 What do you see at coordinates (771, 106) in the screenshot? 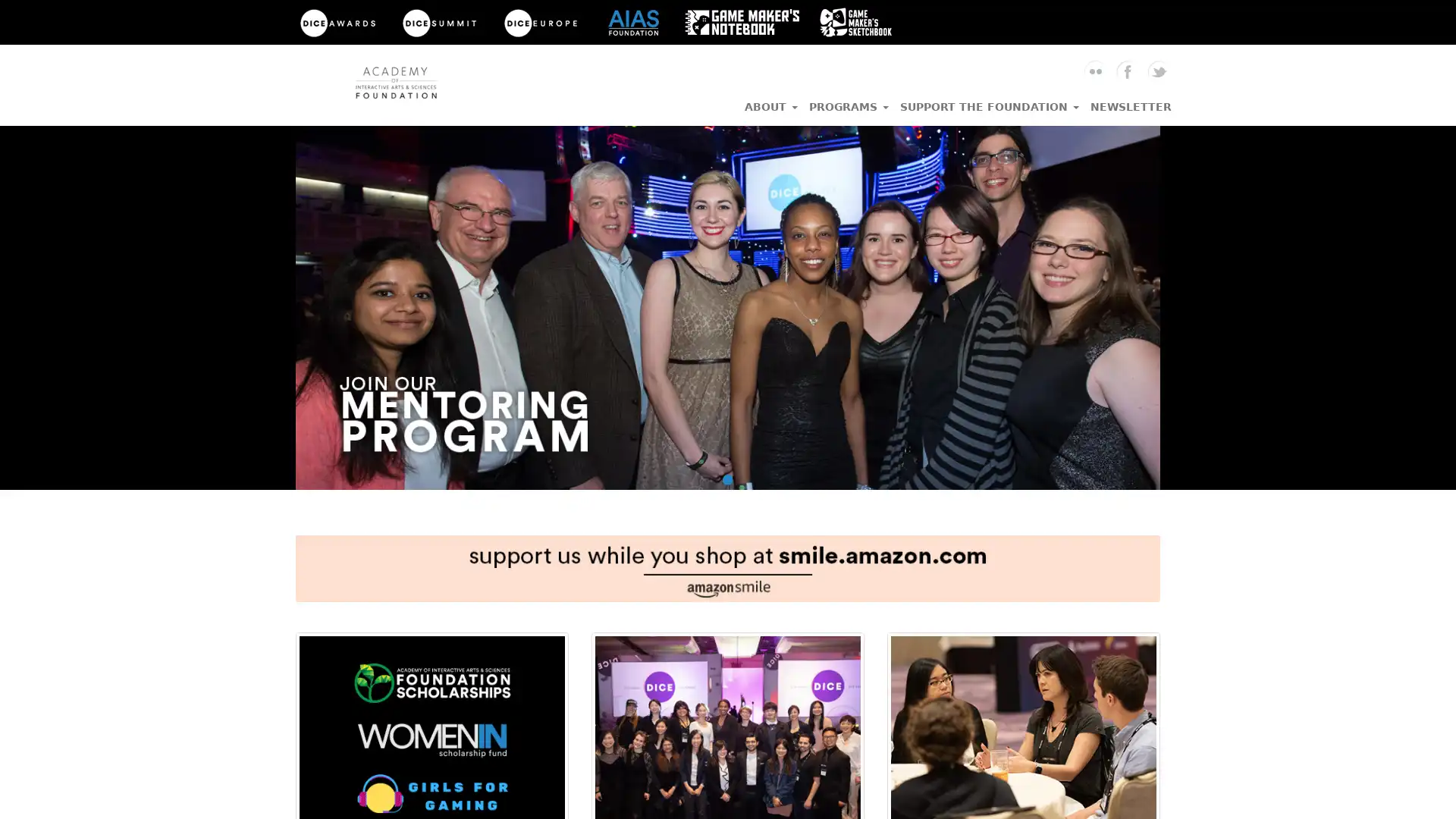
I see `ABOUT` at bounding box center [771, 106].